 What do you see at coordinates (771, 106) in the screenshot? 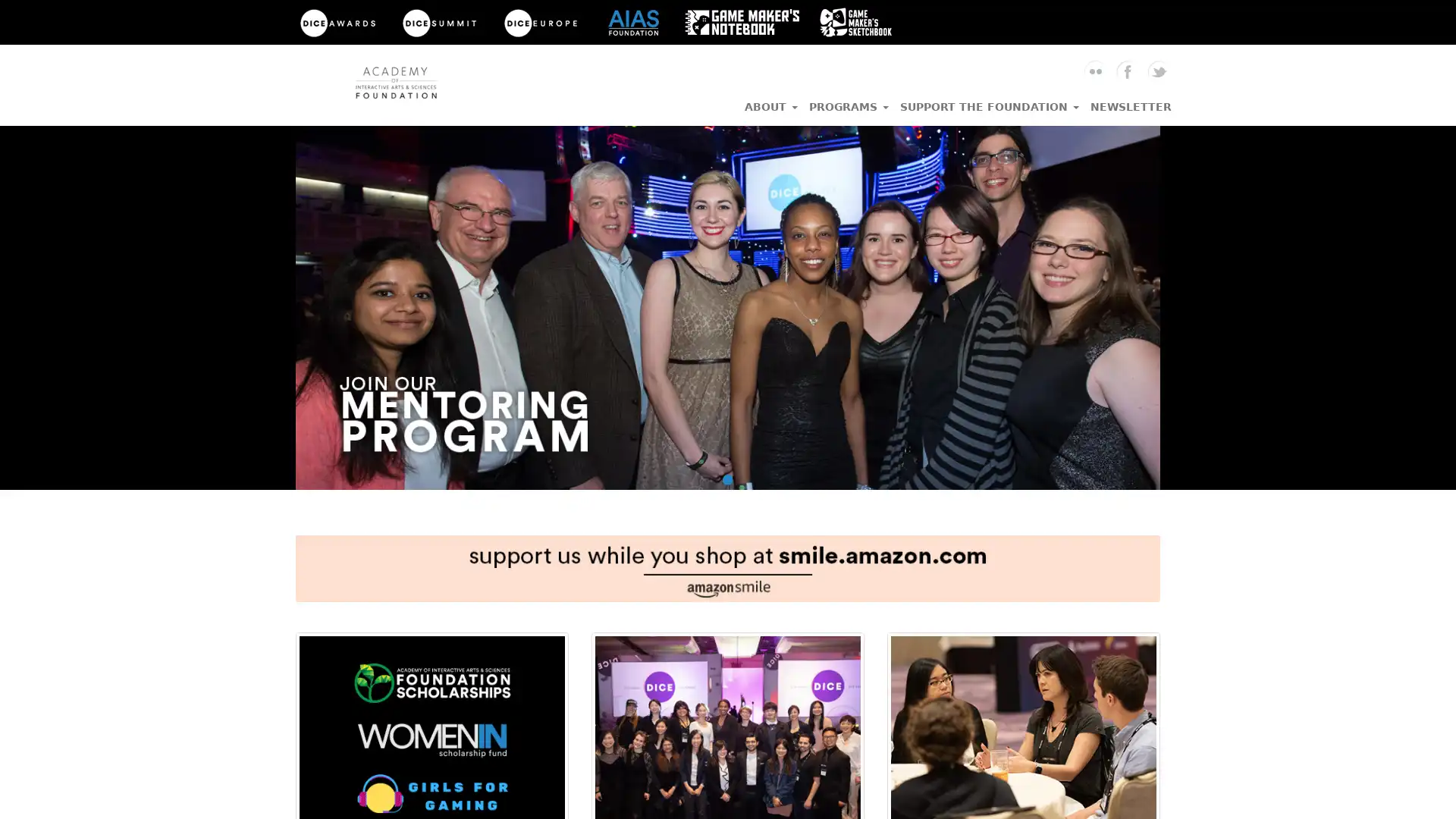
I see `ABOUT` at bounding box center [771, 106].